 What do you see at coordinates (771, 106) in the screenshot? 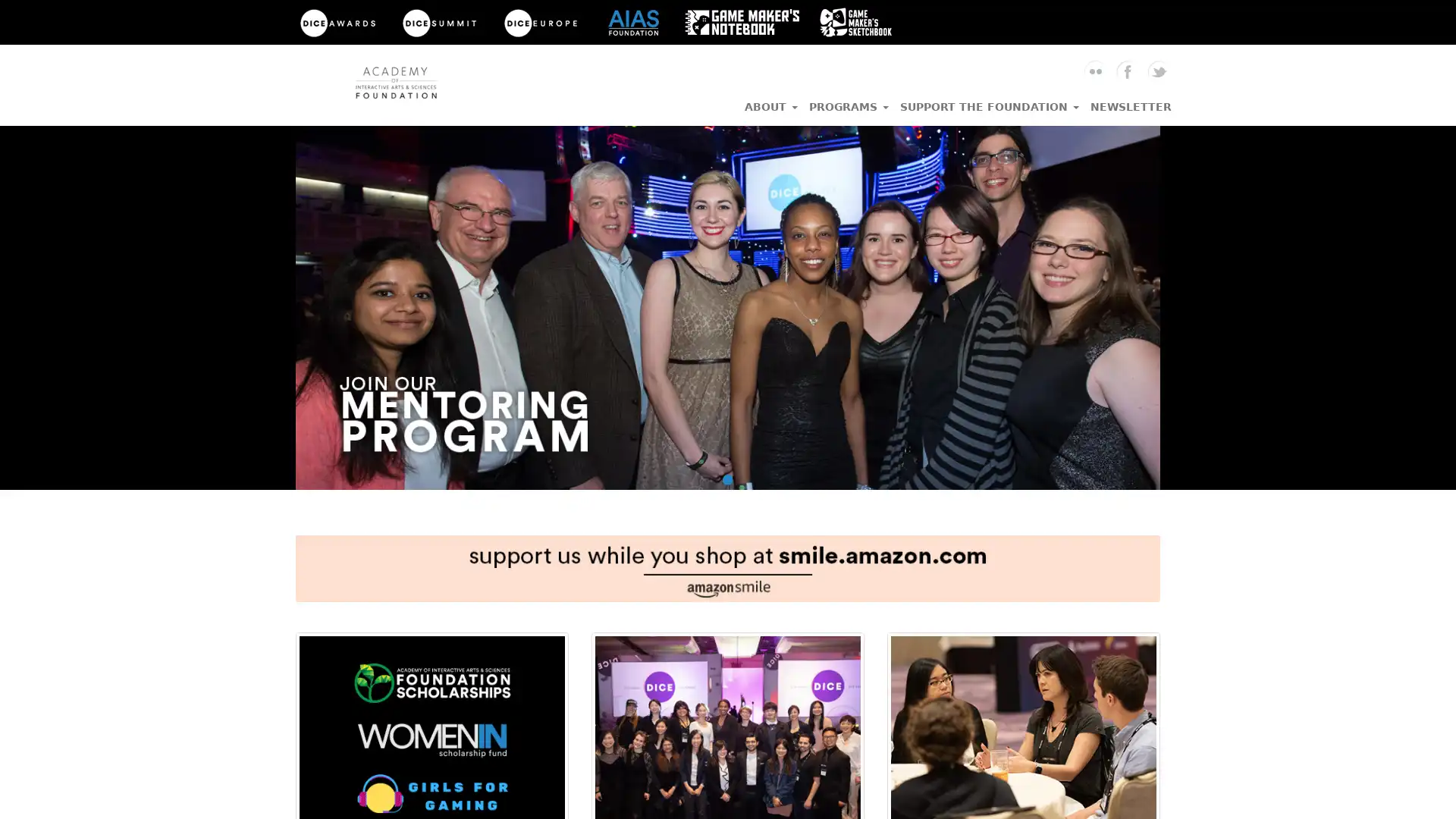
I see `ABOUT` at bounding box center [771, 106].